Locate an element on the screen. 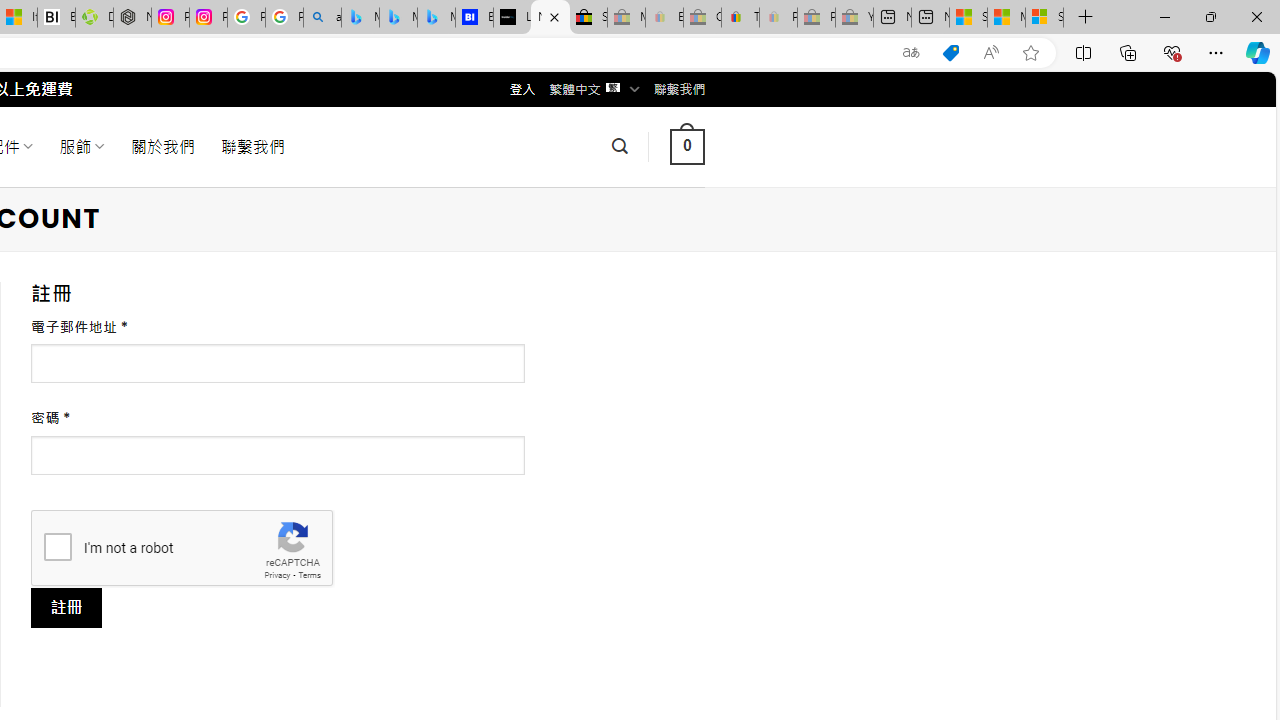 This screenshot has height=720, width=1280. 'Microsoft Bing Travel - Shangri-La Hotel Bangkok' is located at coordinates (435, 17).